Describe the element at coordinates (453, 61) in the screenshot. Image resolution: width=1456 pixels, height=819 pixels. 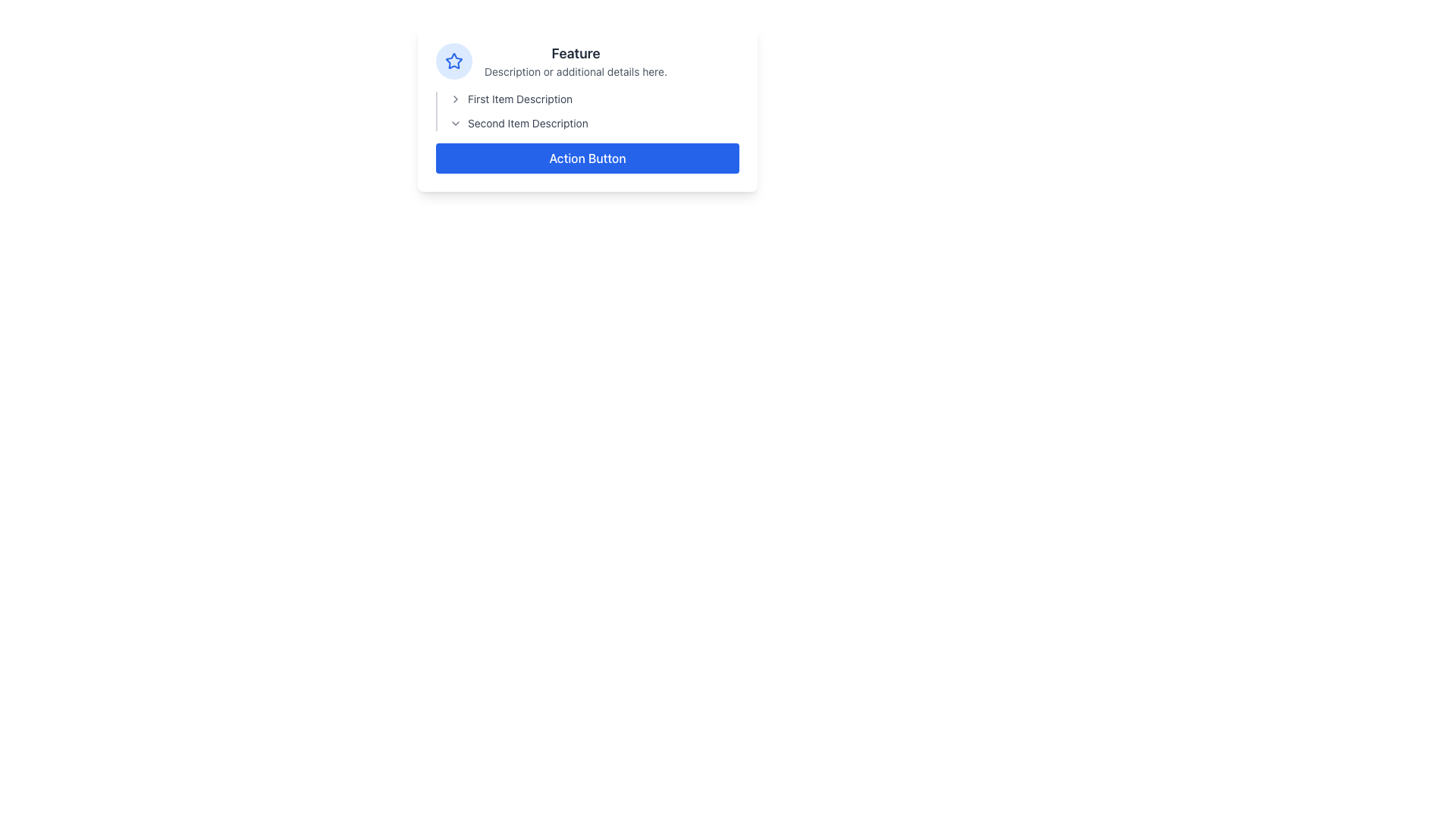
I see `the star-shaped icon with a blue outline located within a circular blue background at the top left of the feature card component` at that location.